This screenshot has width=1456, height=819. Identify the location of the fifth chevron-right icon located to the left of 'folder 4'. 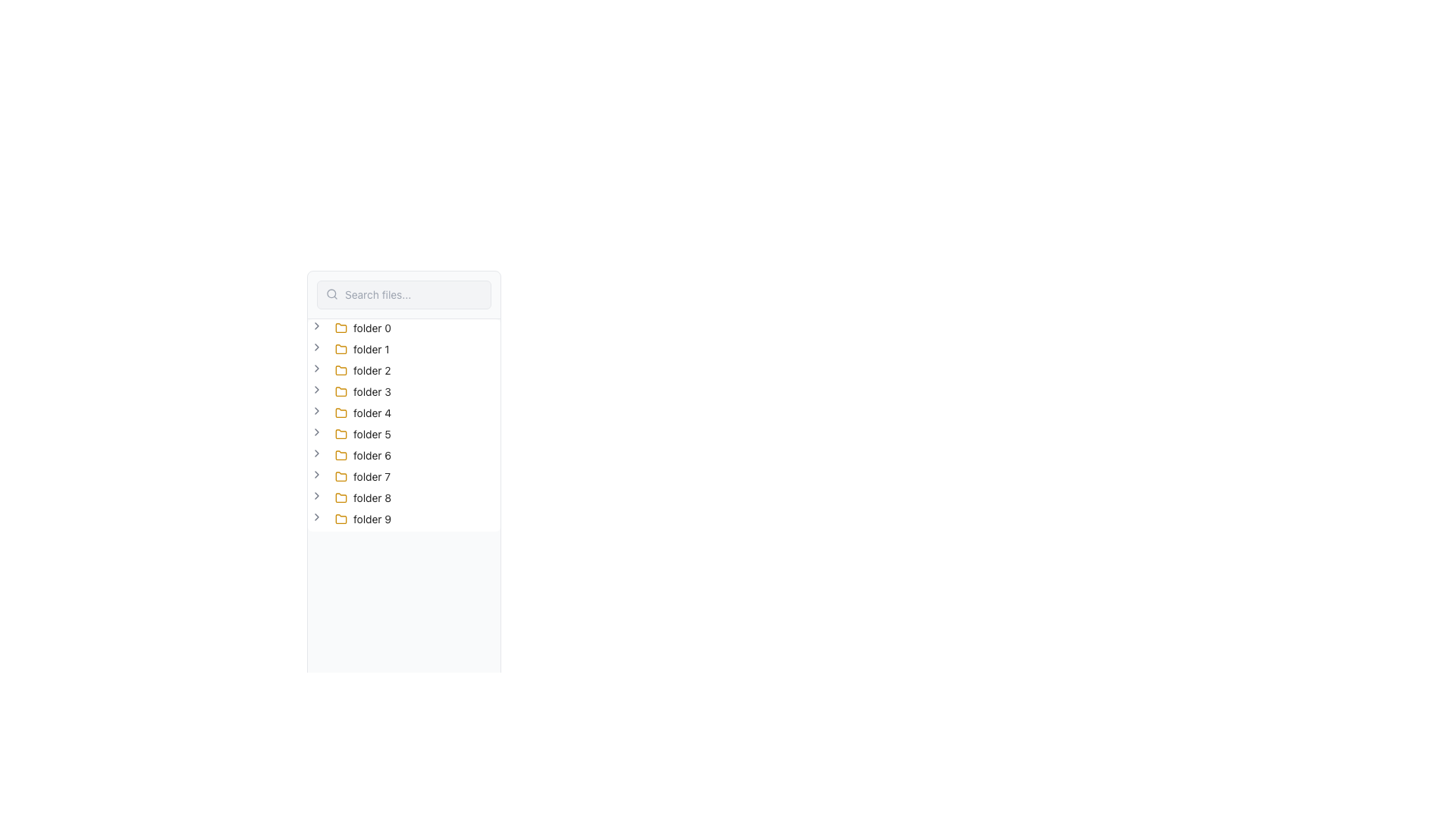
(315, 411).